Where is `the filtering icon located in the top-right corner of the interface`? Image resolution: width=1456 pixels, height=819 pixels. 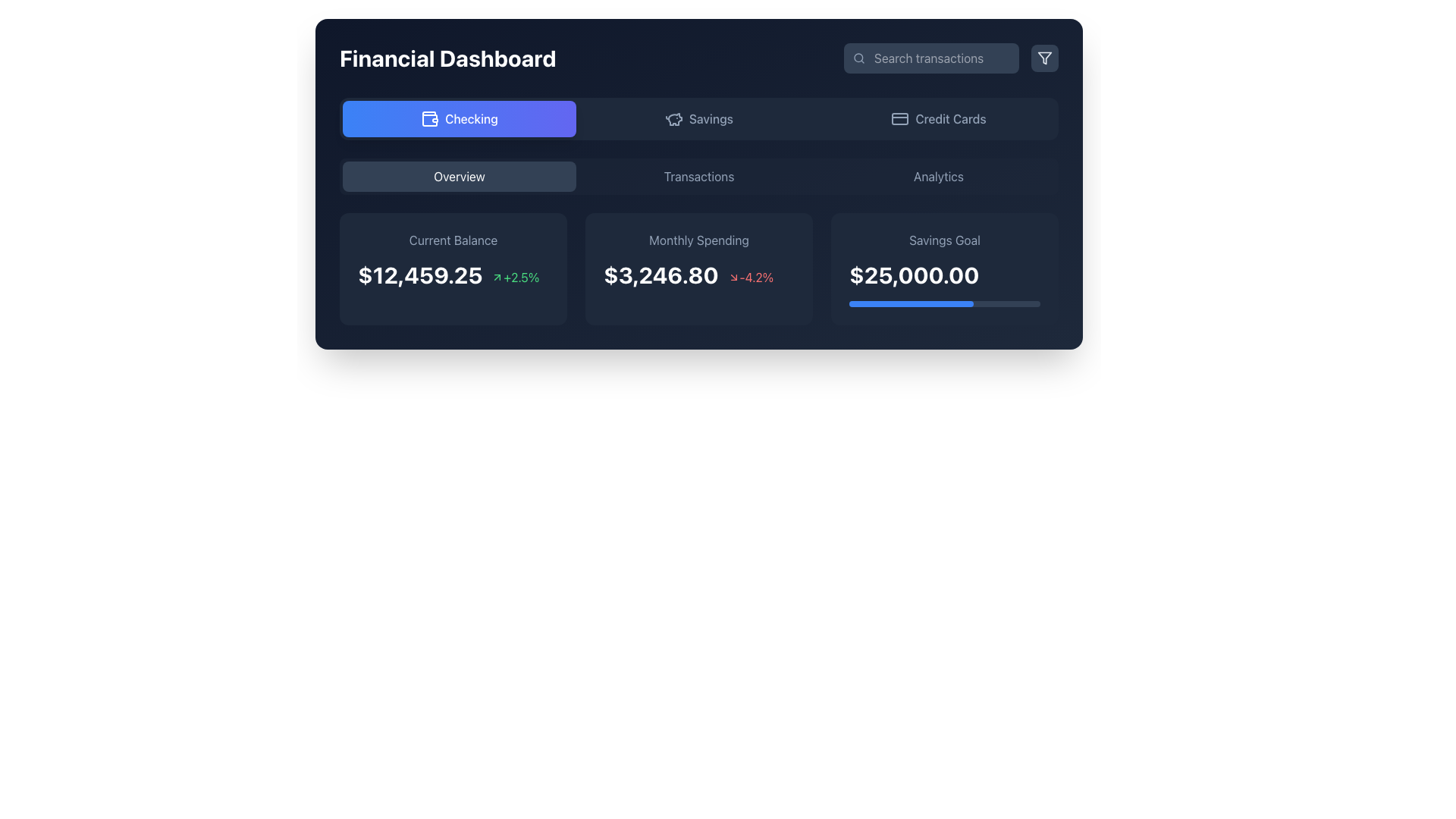
the filtering icon located in the top-right corner of the interface is located at coordinates (1043, 58).